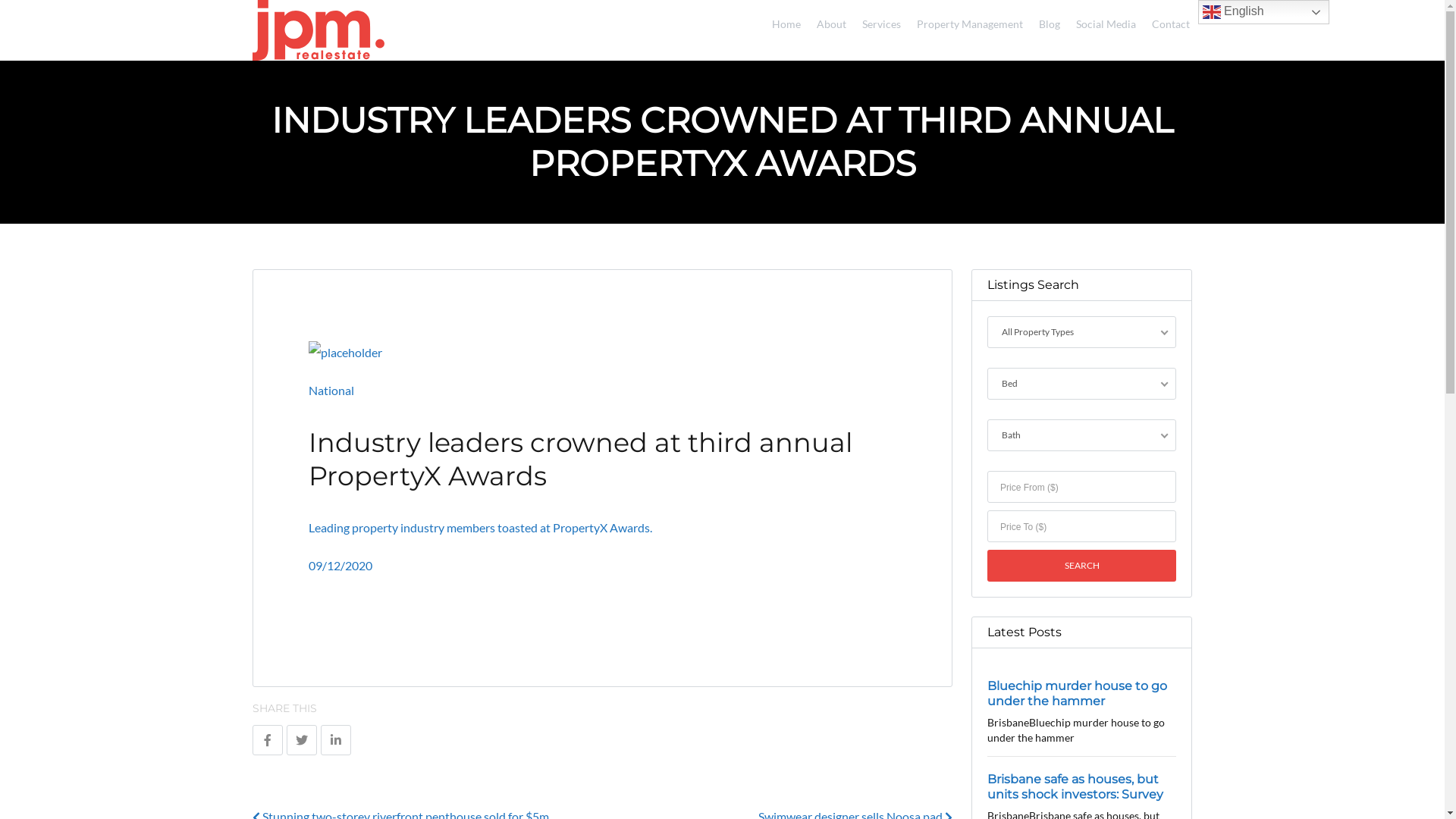  Describe the element at coordinates (1165, 20) in the screenshot. I see `'Contact'` at that location.